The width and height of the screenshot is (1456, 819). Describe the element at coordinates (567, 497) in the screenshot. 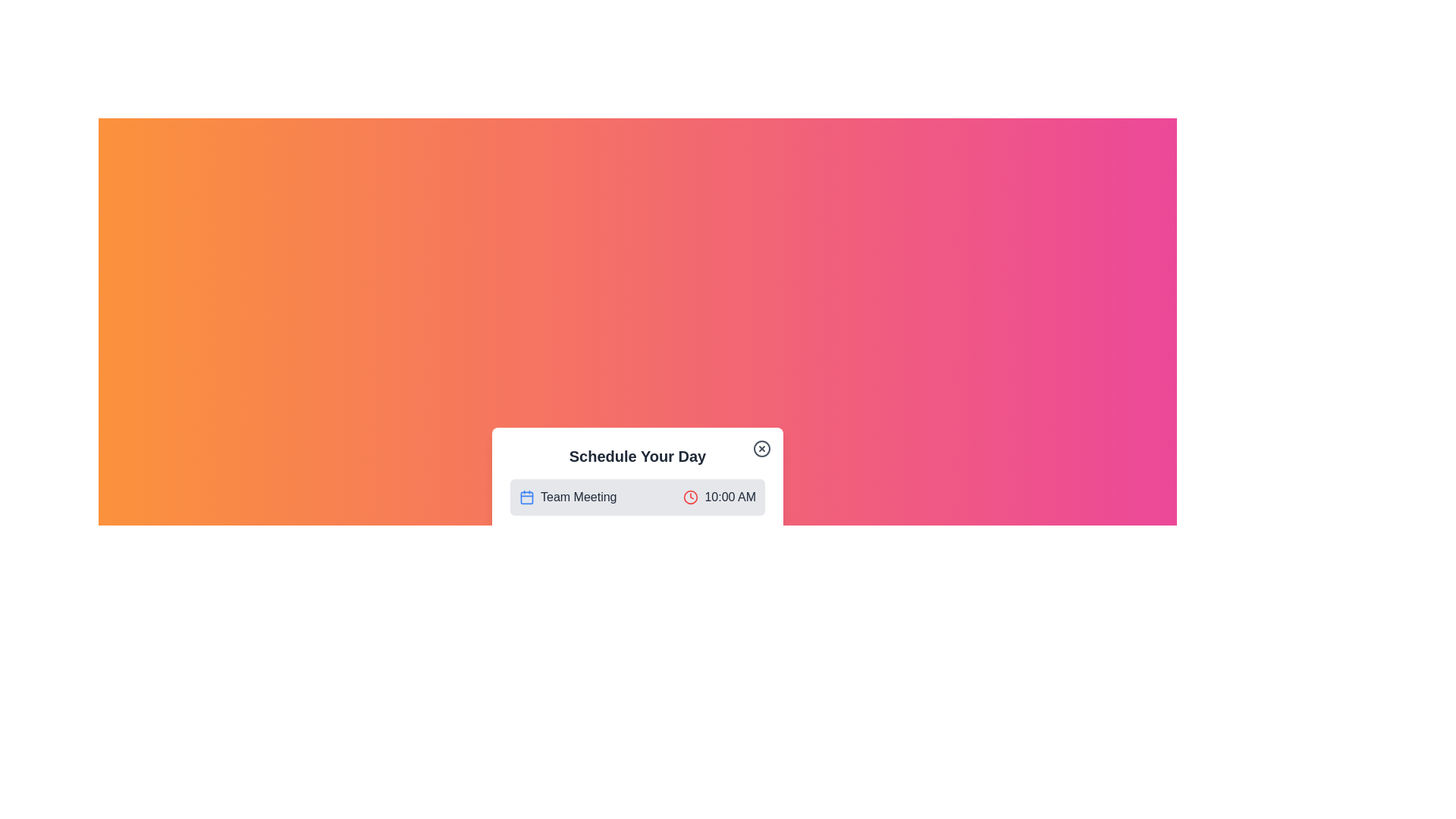

I see `the 'Team Meeting' text label with the blue calendar book icon` at that location.